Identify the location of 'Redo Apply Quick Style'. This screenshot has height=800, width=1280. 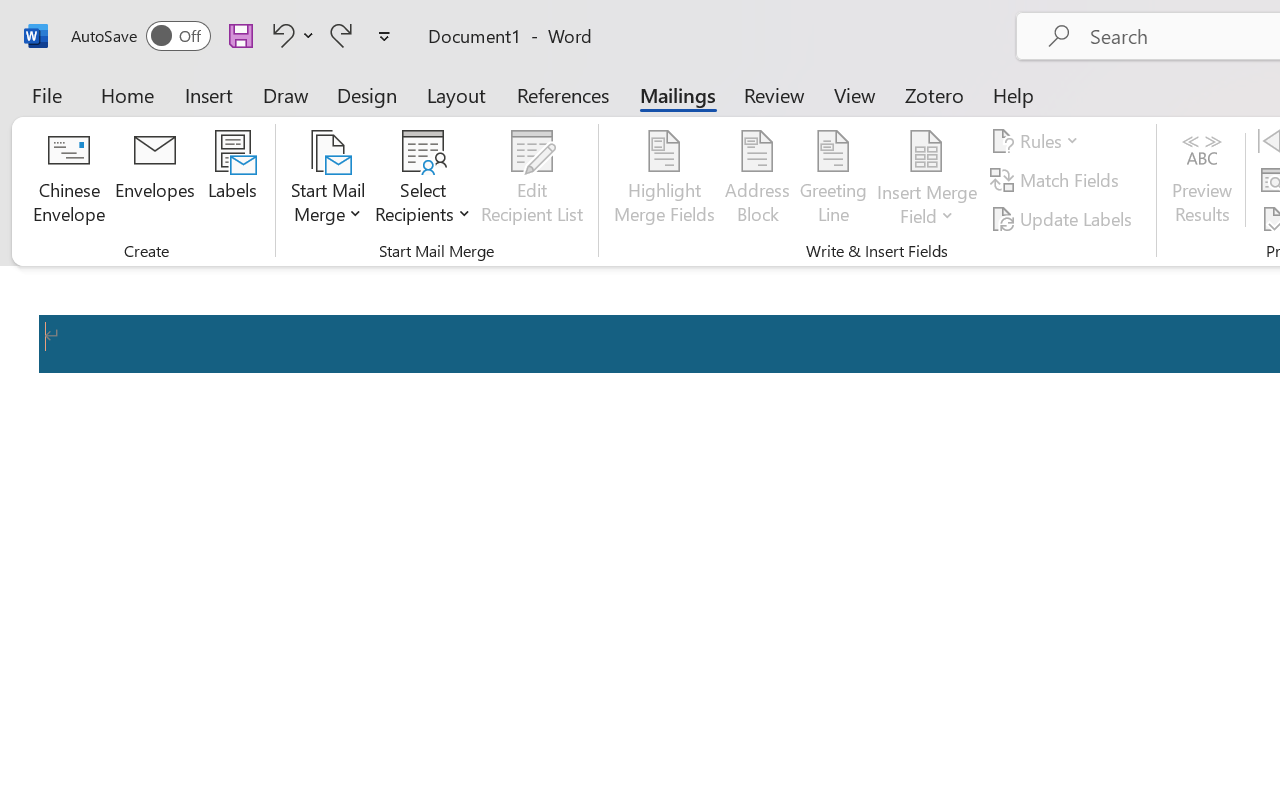
(341, 34).